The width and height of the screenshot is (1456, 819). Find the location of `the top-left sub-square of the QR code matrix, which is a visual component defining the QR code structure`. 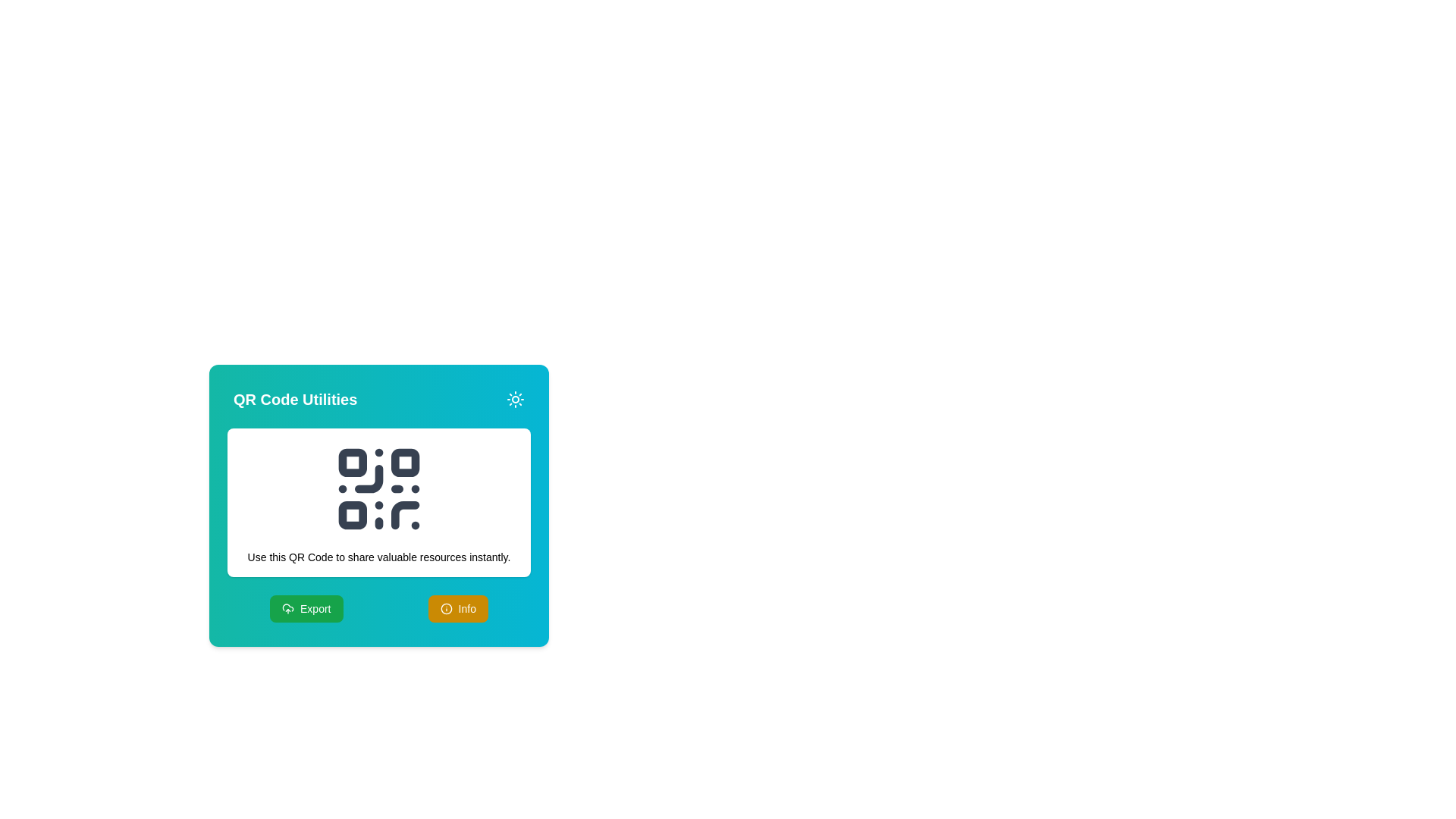

the top-left sub-square of the QR code matrix, which is a visual component defining the QR code structure is located at coordinates (352, 462).